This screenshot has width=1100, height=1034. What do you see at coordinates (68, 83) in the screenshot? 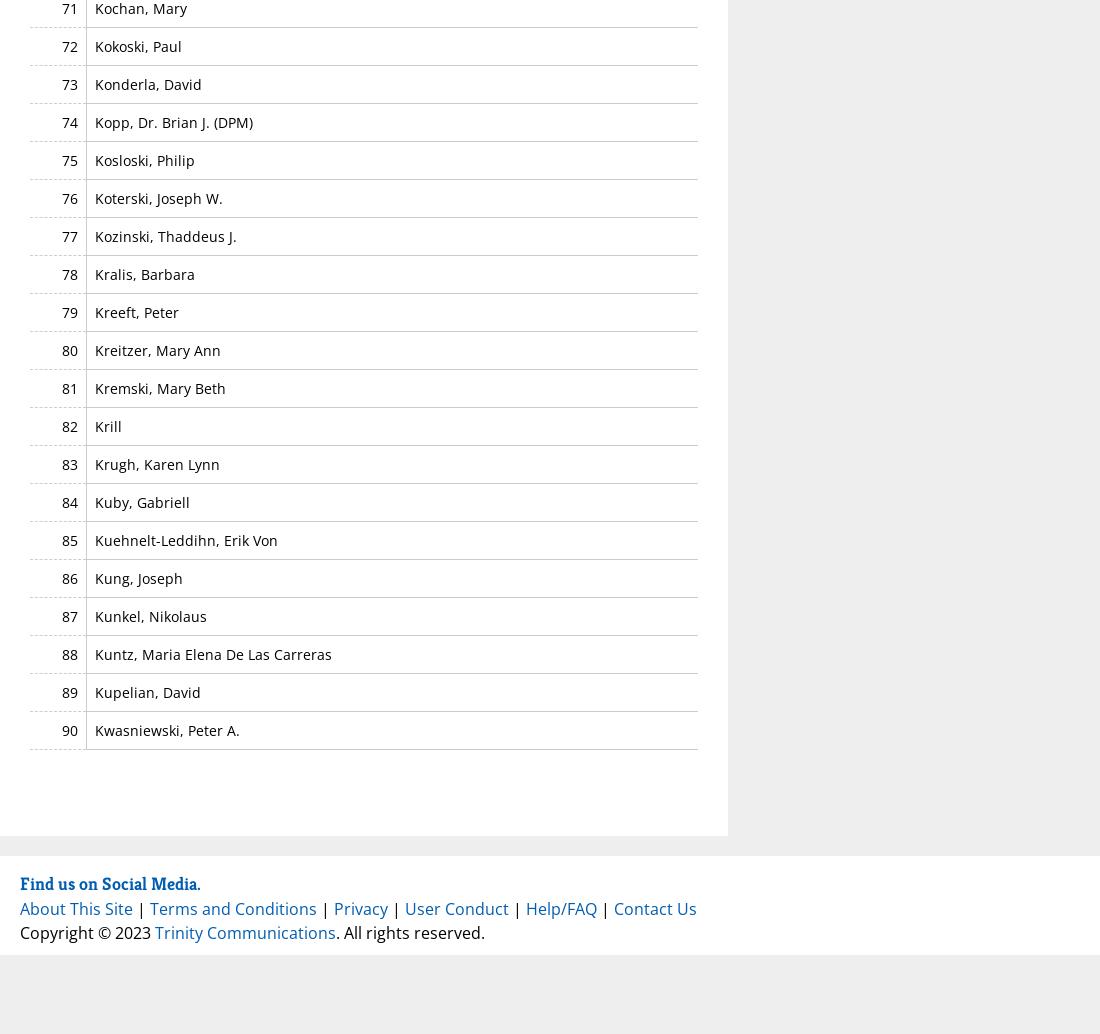
I see `'73'` at bounding box center [68, 83].